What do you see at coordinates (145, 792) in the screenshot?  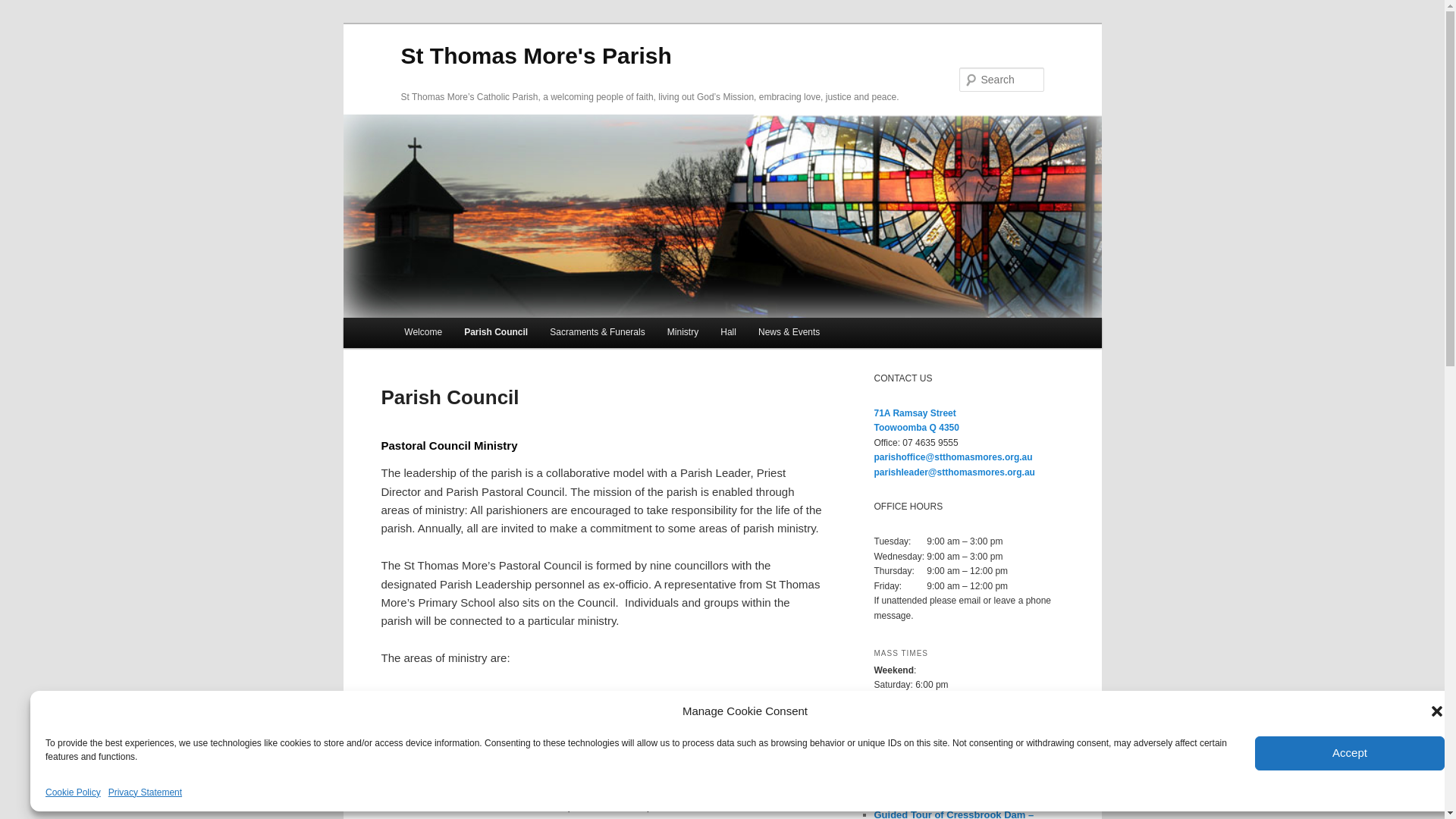 I see `'Privacy Statement'` at bounding box center [145, 792].